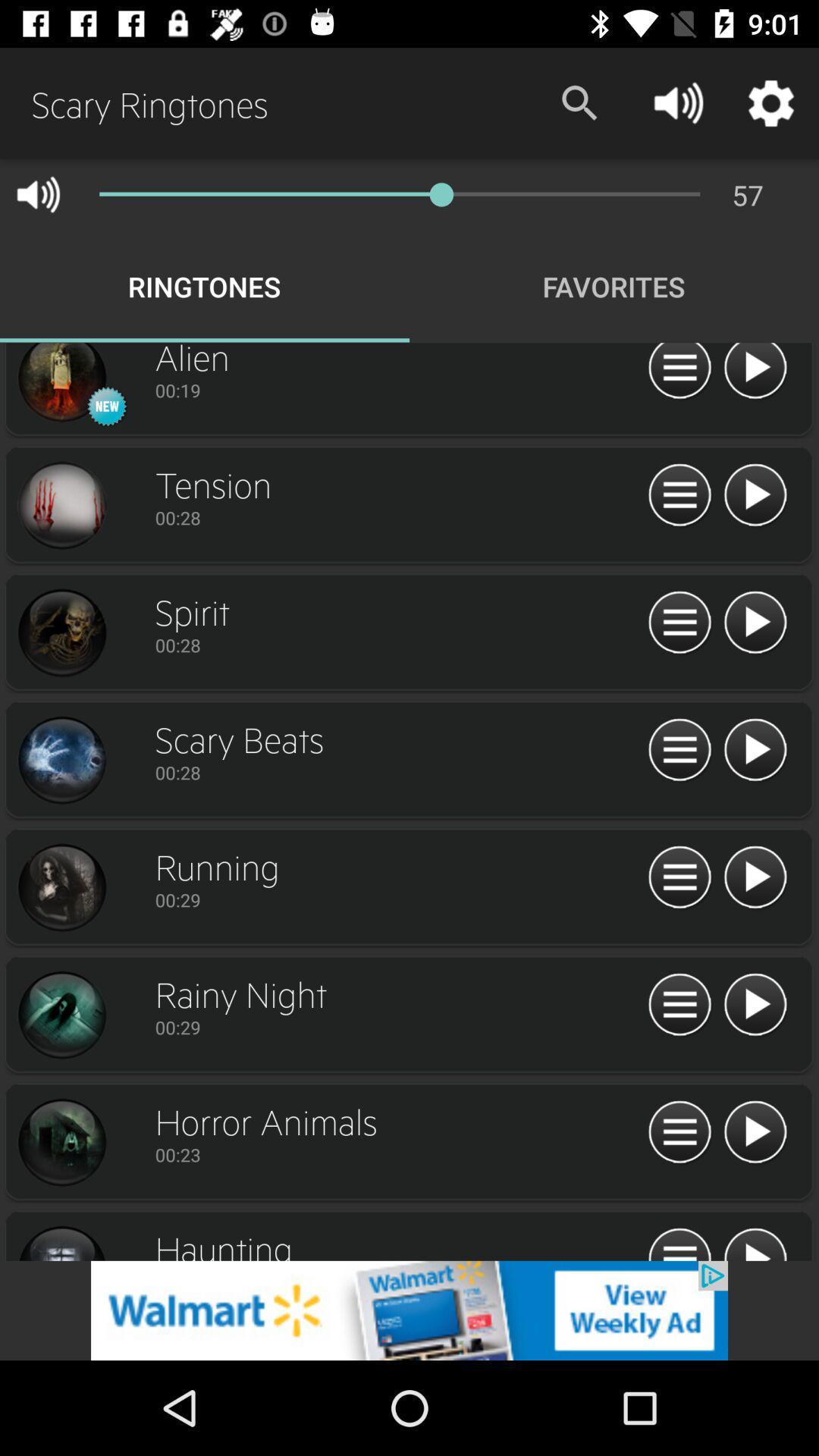 Image resolution: width=819 pixels, height=1456 pixels. I want to click on option, so click(755, 495).